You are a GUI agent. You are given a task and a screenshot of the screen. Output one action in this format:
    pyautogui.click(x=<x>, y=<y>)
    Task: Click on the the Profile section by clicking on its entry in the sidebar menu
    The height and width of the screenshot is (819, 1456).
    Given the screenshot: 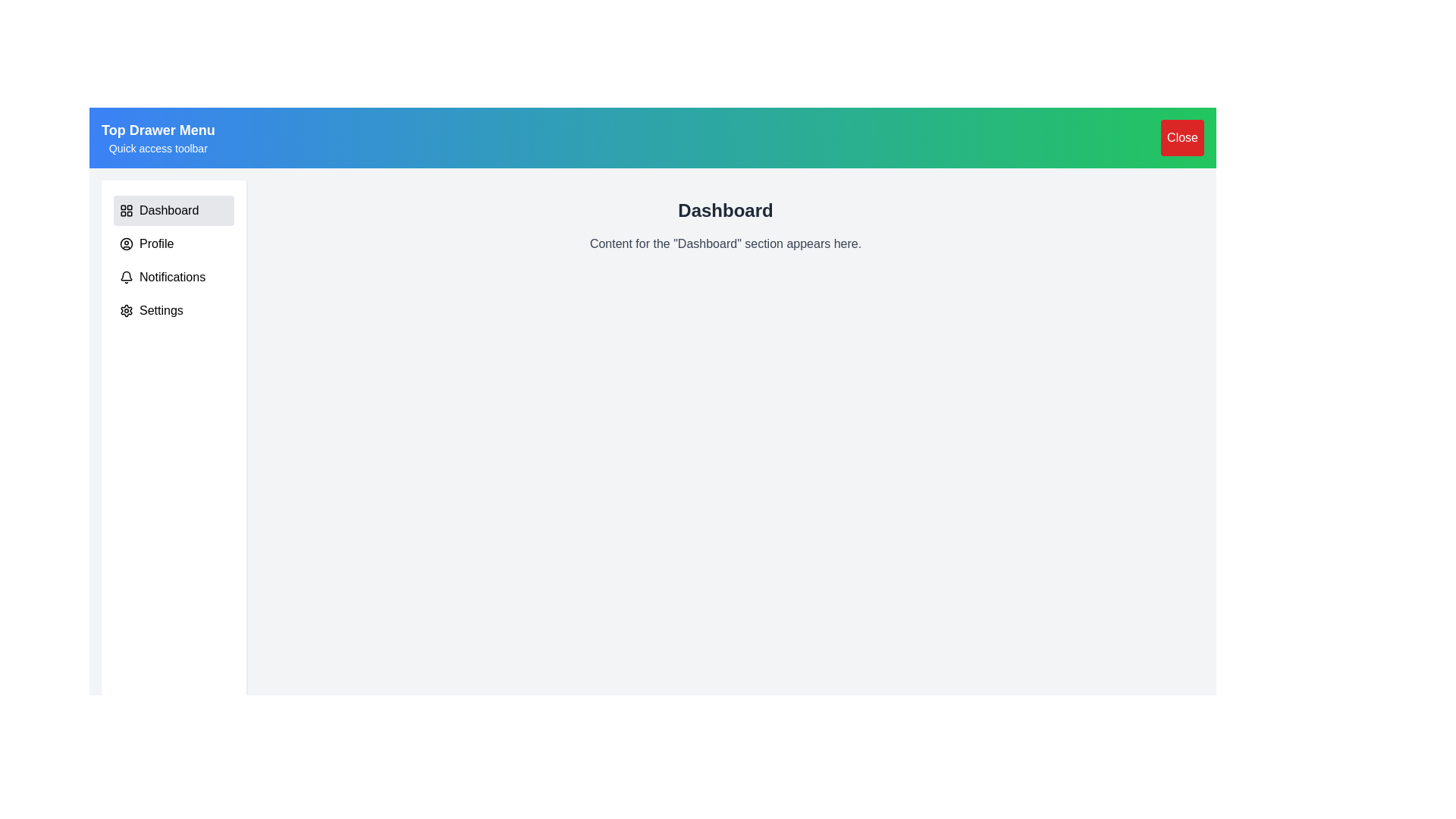 What is the action you would take?
    pyautogui.click(x=174, y=243)
    